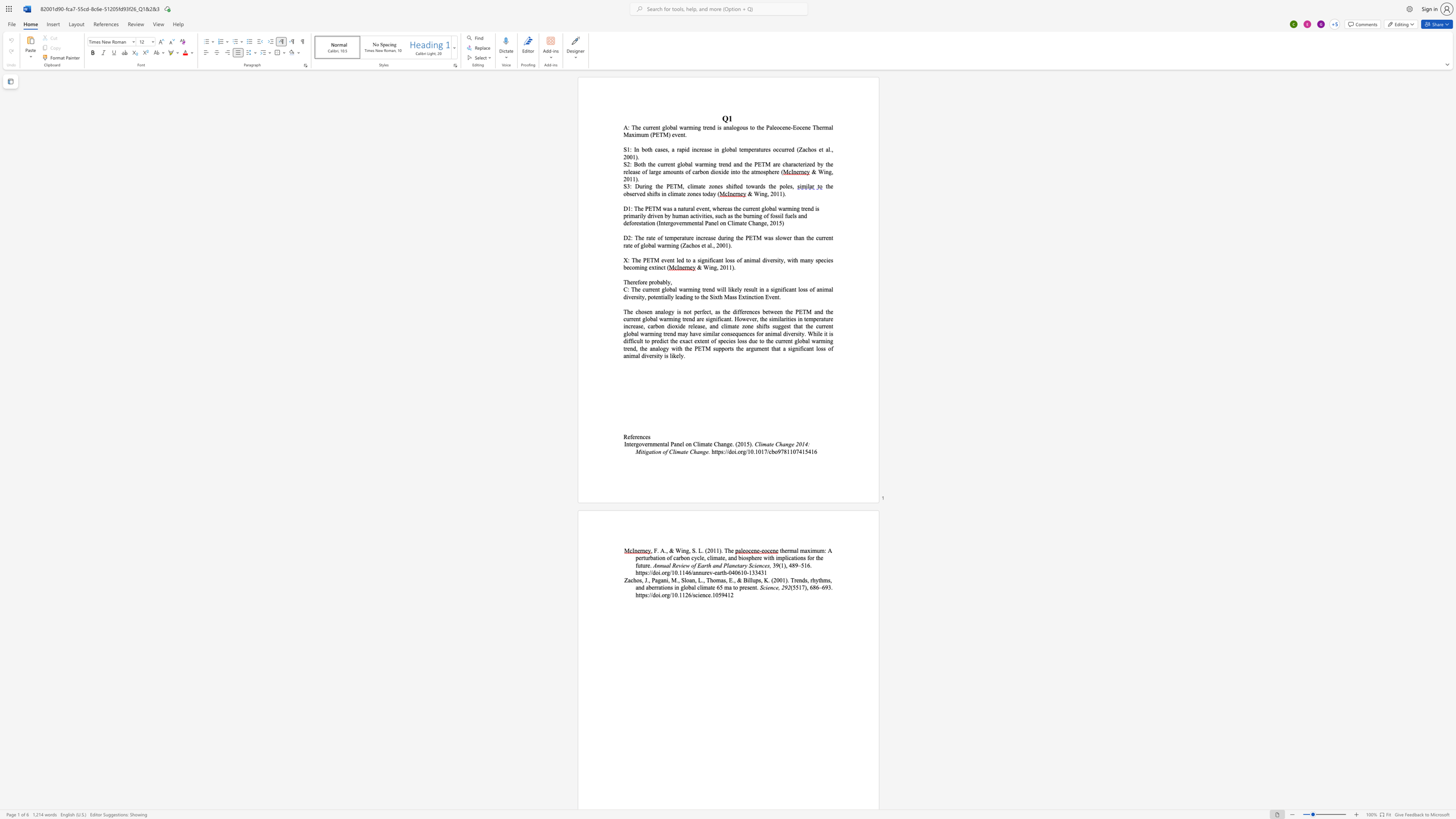  Describe the element at coordinates (733, 289) in the screenshot. I see `the 1th character "k" in the text` at that location.